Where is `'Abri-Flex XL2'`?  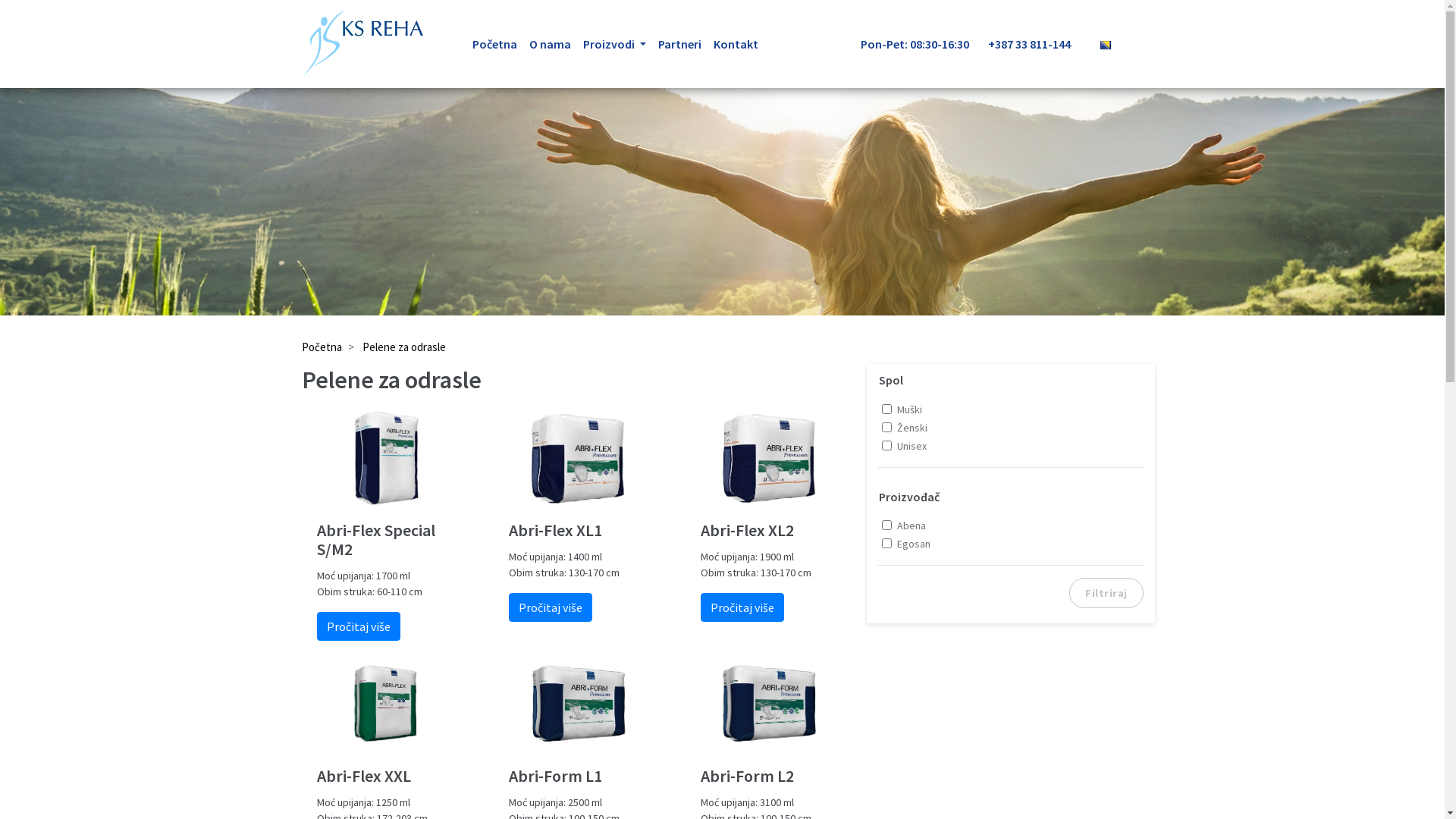
'Abri-Flex XL2' is located at coordinates (770, 529).